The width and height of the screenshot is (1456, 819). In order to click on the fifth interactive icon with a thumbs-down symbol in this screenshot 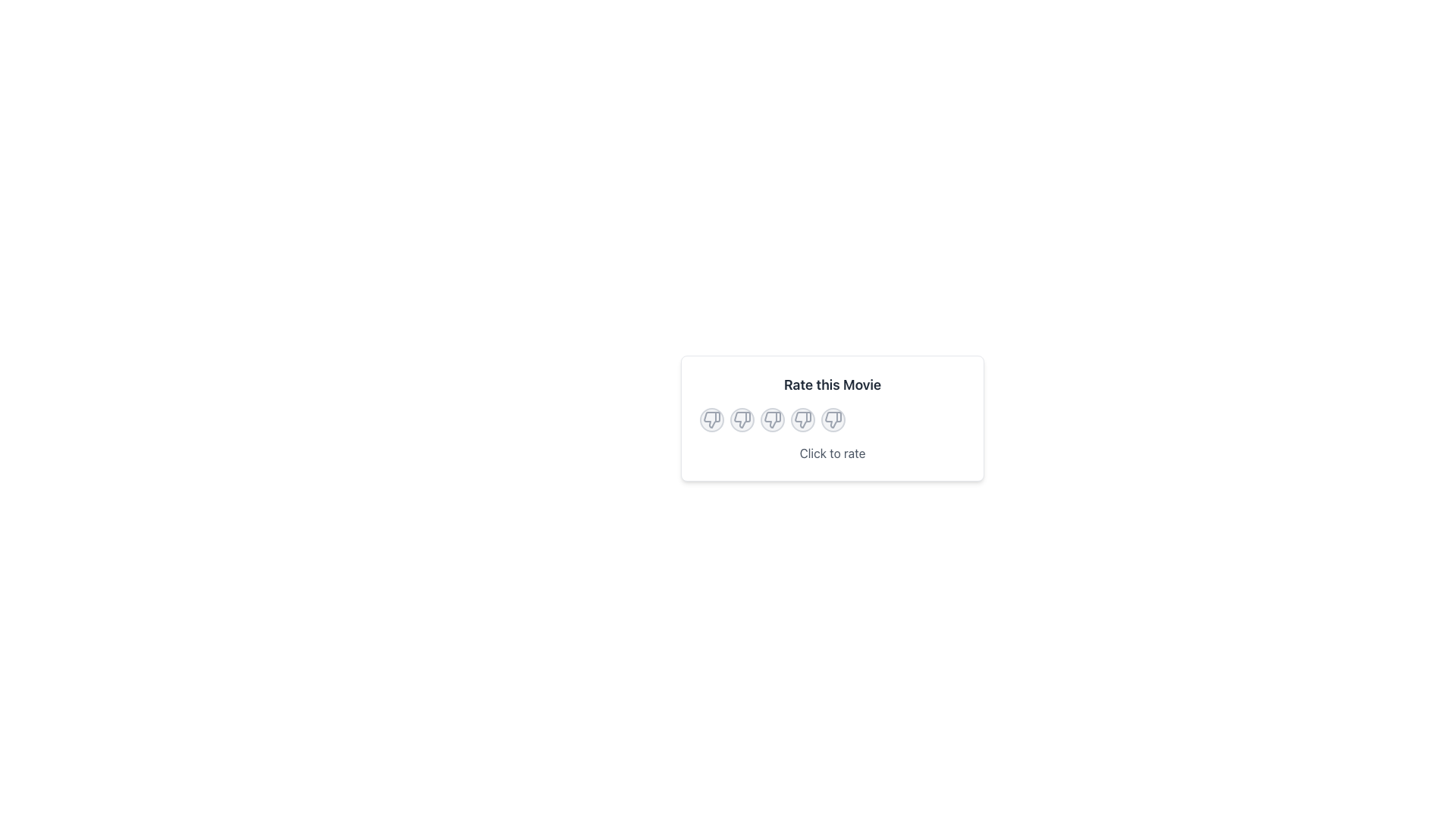, I will do `click(802, 420)`.